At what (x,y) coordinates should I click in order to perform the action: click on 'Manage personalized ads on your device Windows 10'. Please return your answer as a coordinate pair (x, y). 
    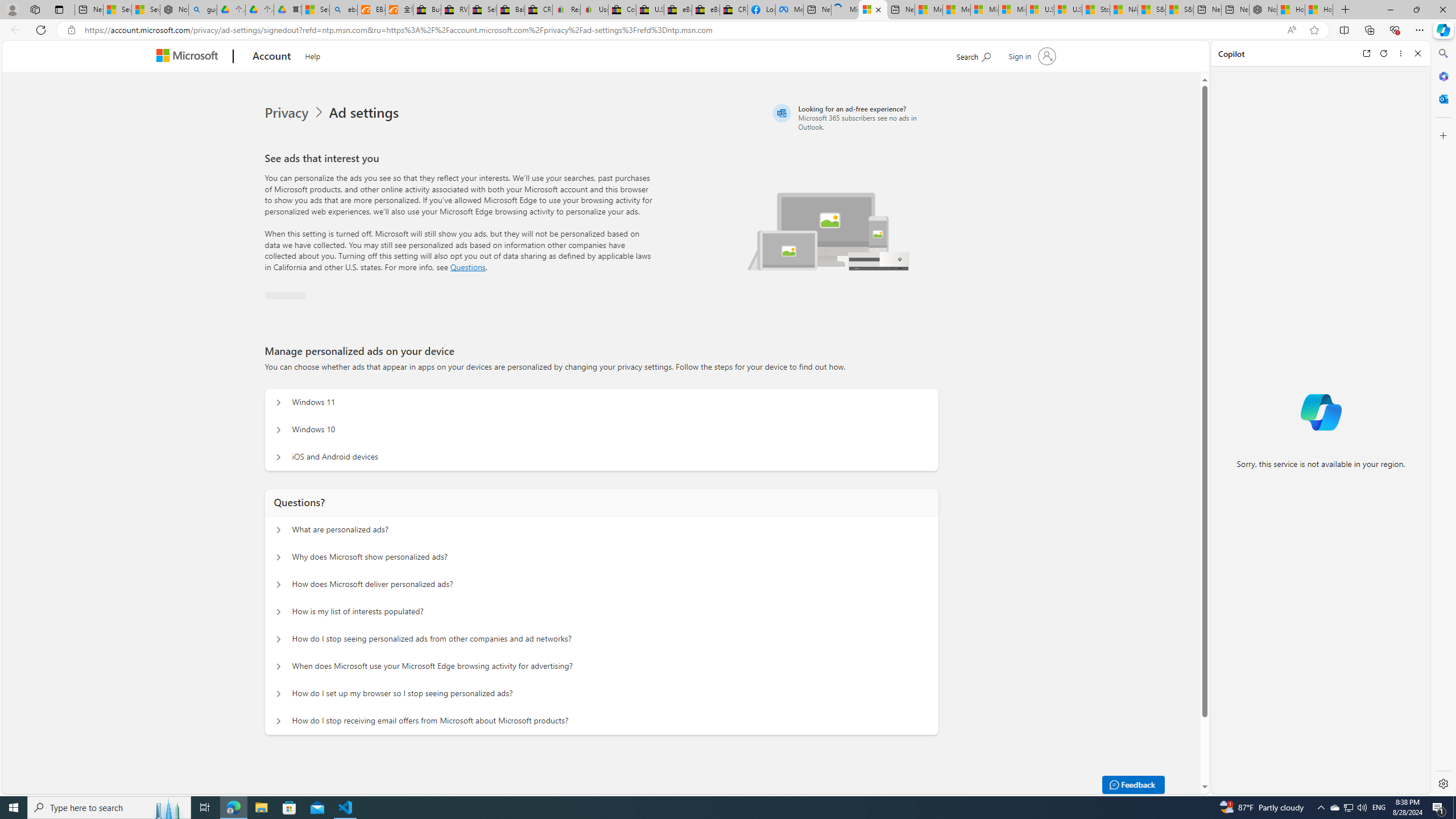
    Looking at the image, I should click on (278, 429).